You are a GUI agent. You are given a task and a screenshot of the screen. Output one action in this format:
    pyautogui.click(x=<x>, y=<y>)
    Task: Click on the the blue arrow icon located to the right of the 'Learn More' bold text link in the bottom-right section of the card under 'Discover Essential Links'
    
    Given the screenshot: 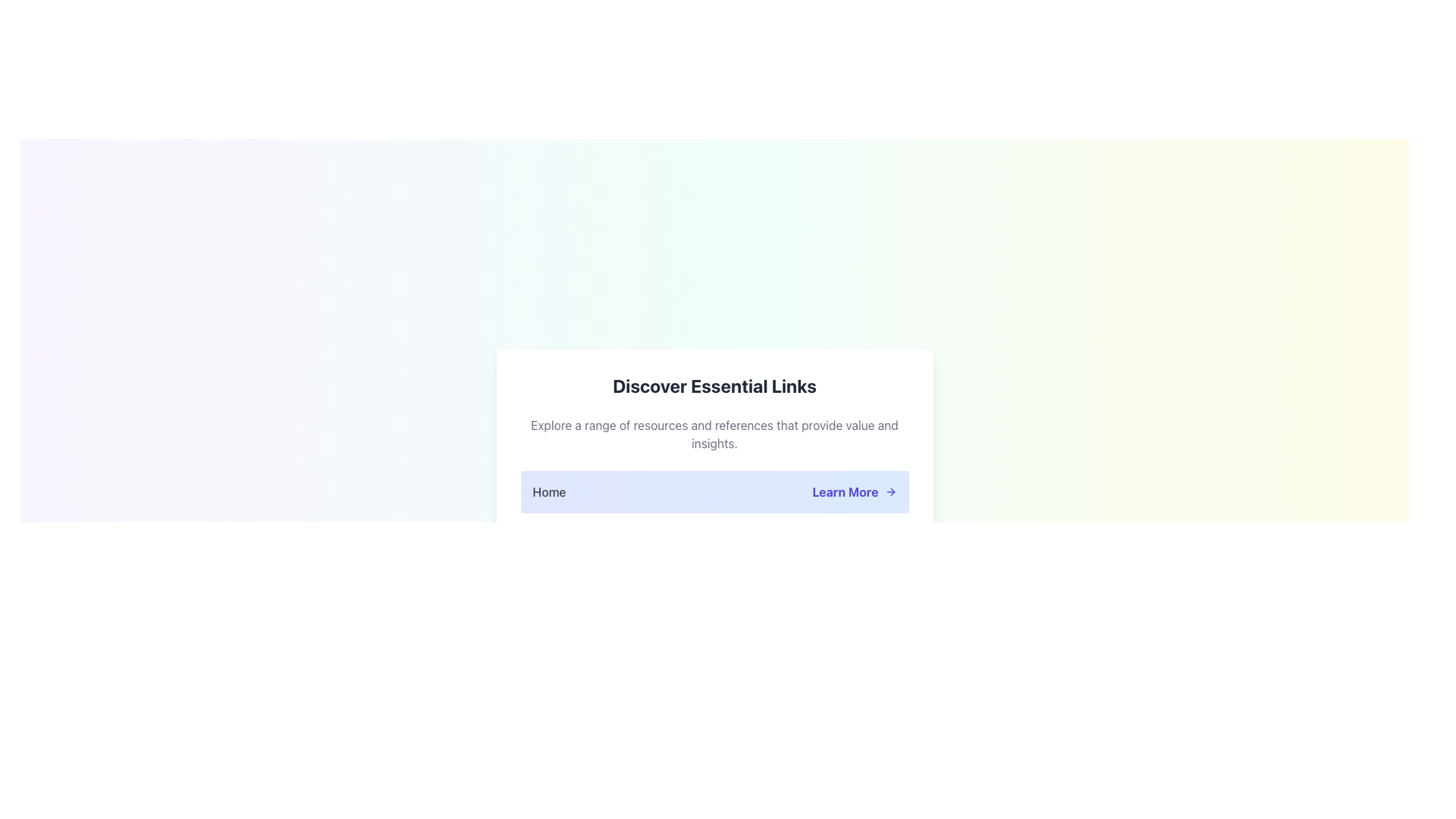 What is the action you would take?
    pyautogui.click(x=890, y=491)
    